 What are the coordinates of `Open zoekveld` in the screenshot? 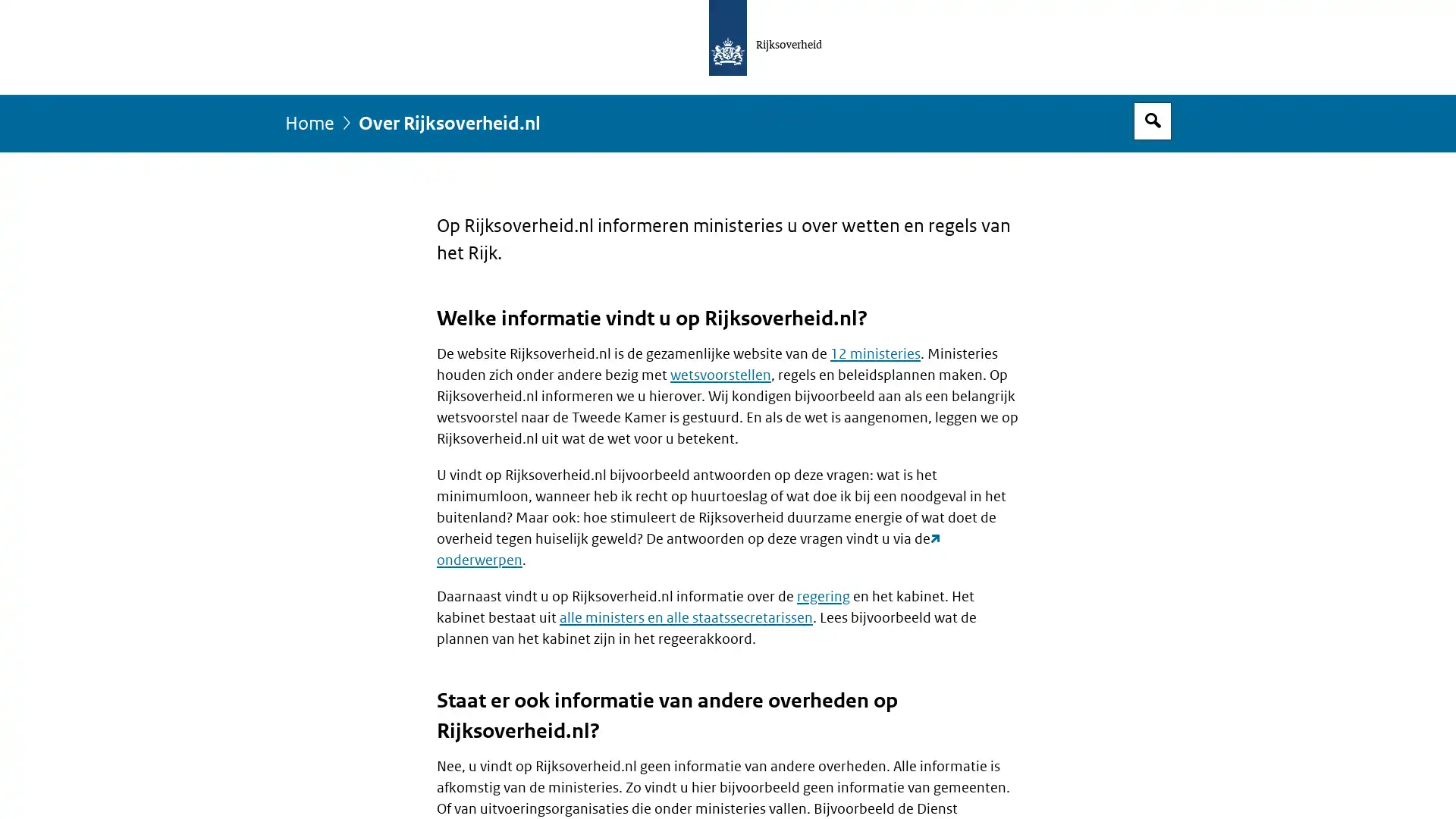 It's located at (1153, 120).